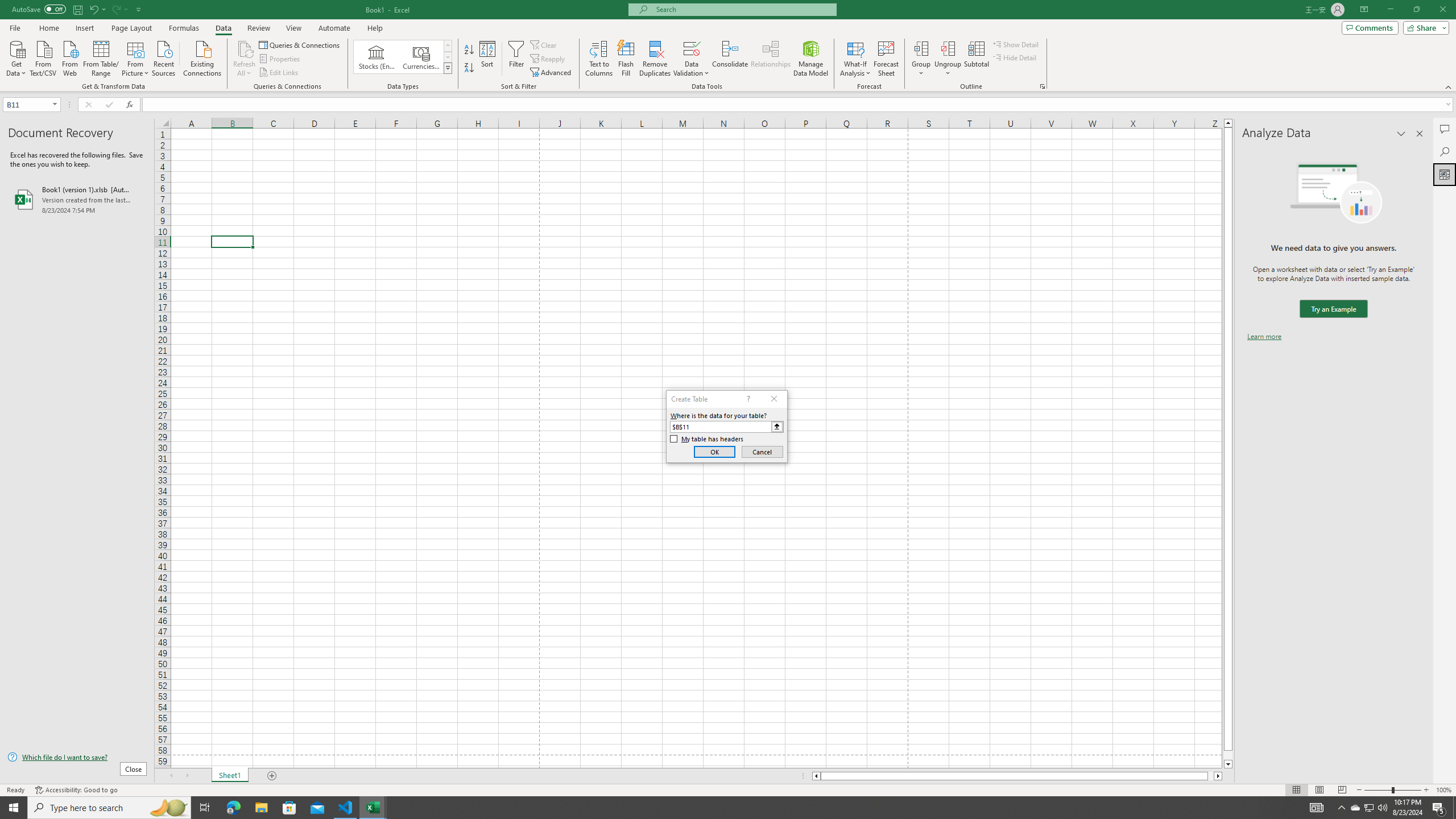 This screenshot has height=819, width=1456. I want to click on 'AutoSave', so click(39, 9).